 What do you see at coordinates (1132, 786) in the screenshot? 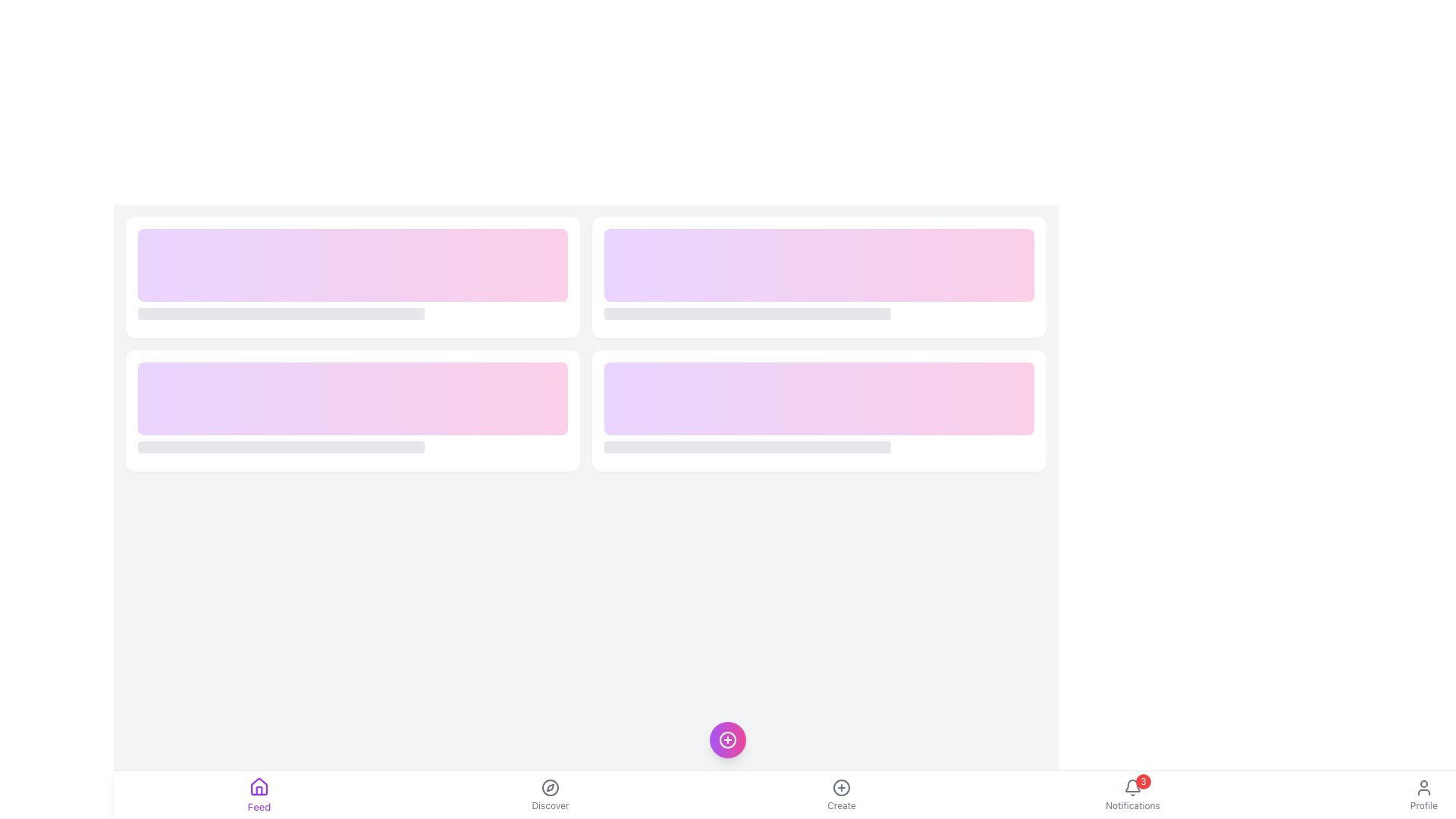
I see `the bell icon in the Notifications area of the bottom navigation bar` at bounding box center [1132, 786].